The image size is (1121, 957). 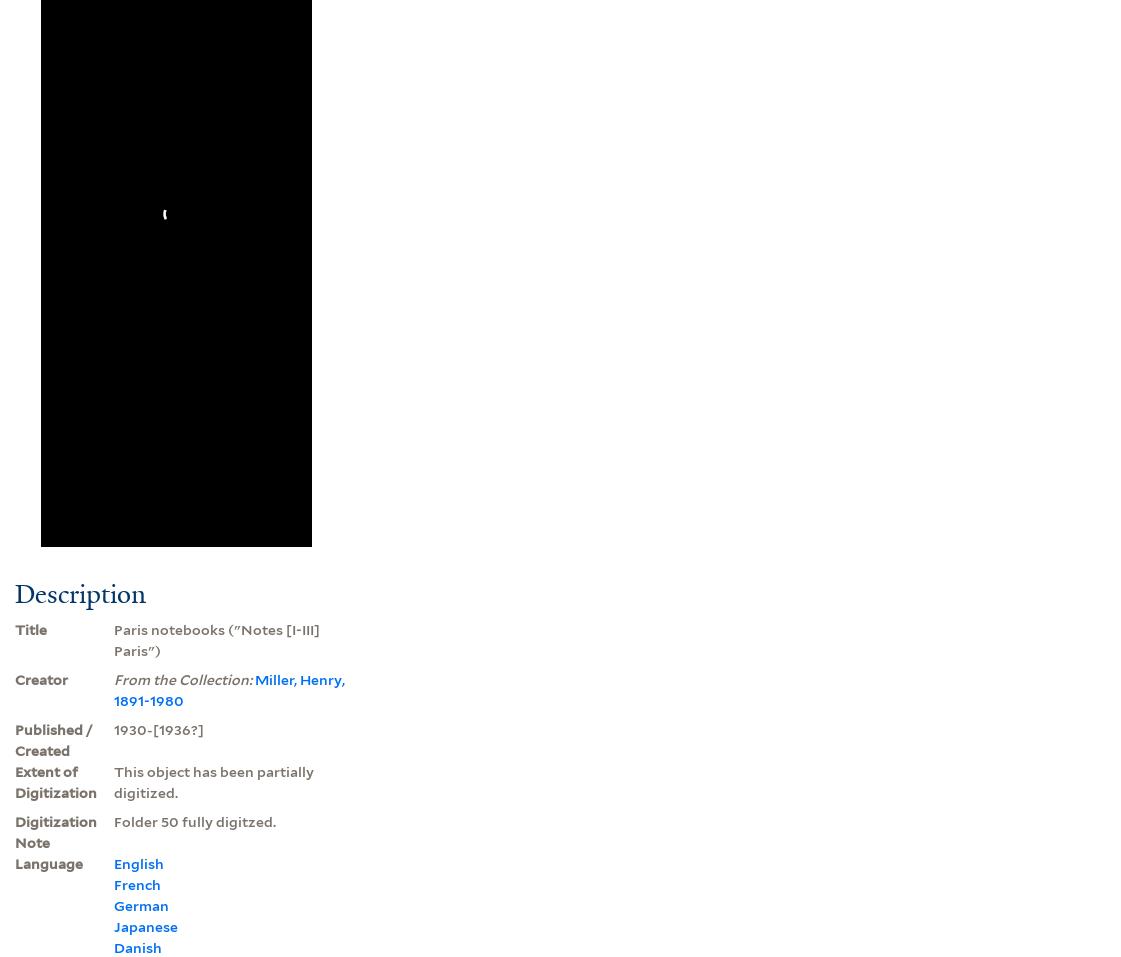 I want to click on 'Miller, Henry, 1891-1980', so click(x=228, y=689).